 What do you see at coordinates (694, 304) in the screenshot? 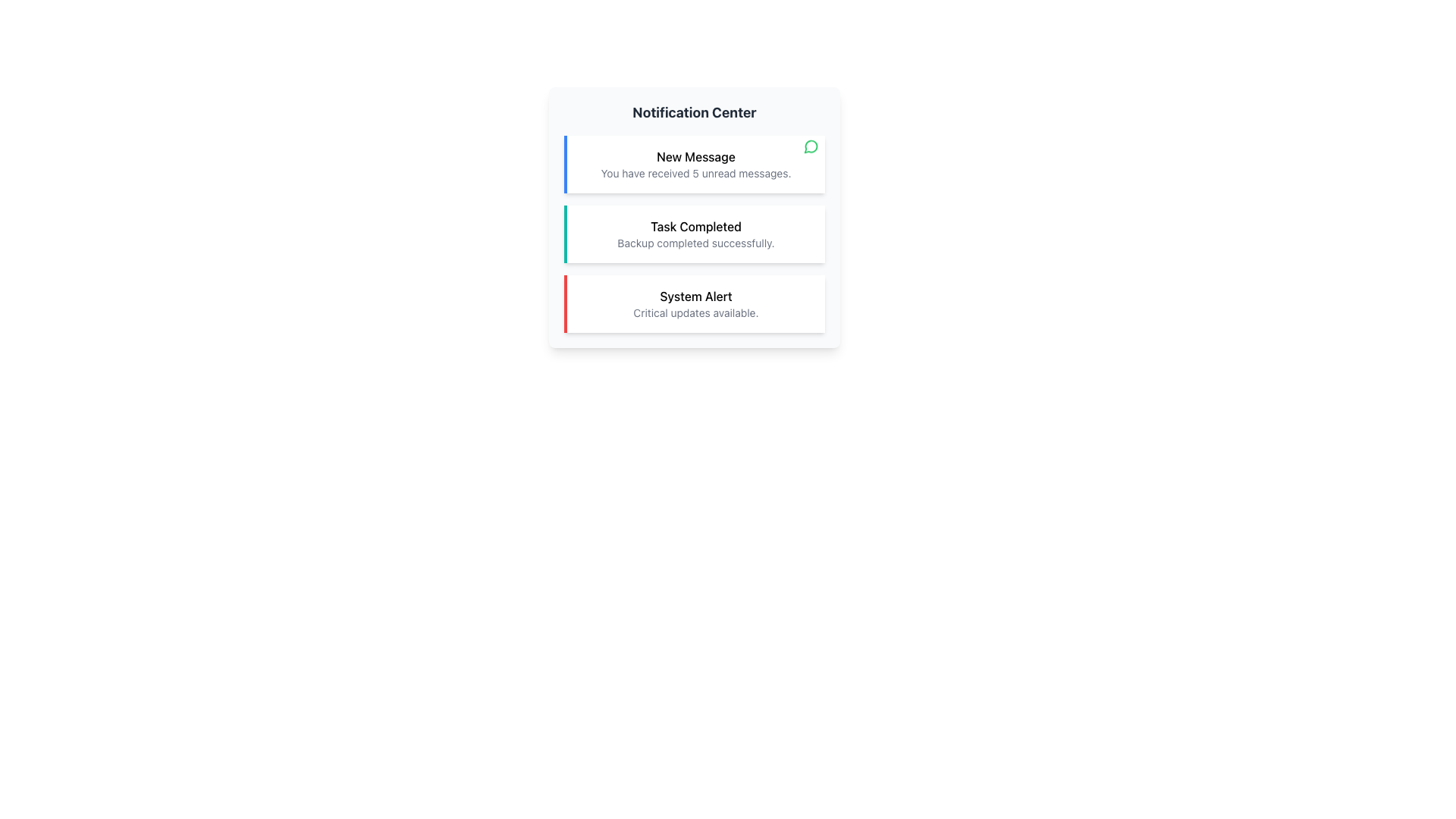
I see `the rectangular notification box with a left red border and white background that contains the text 'System Alert' and 'Critical updates available.'` at bounding box center [694, 304].